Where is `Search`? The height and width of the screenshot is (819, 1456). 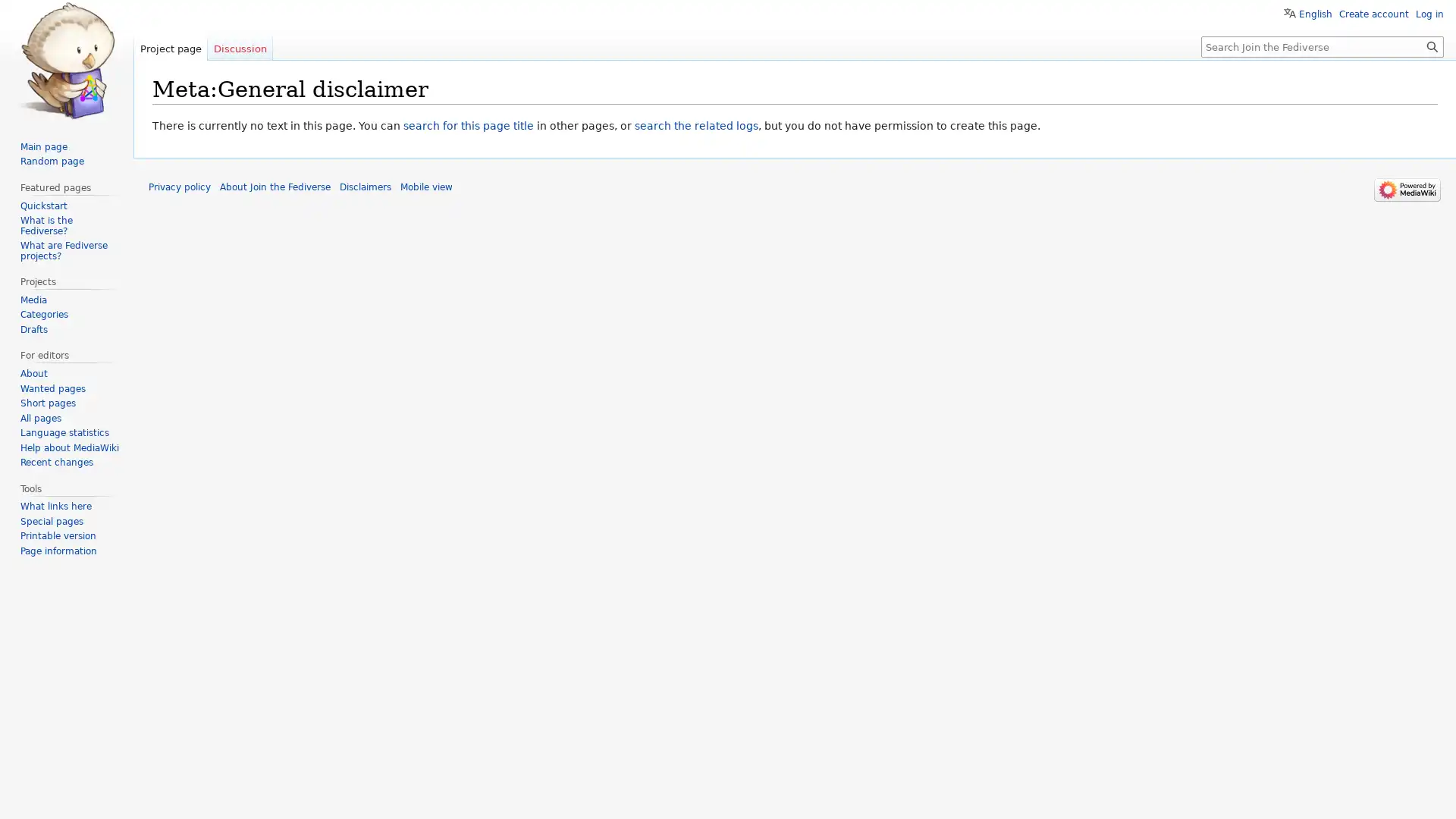 Search is located at coordinates (1432, 45).